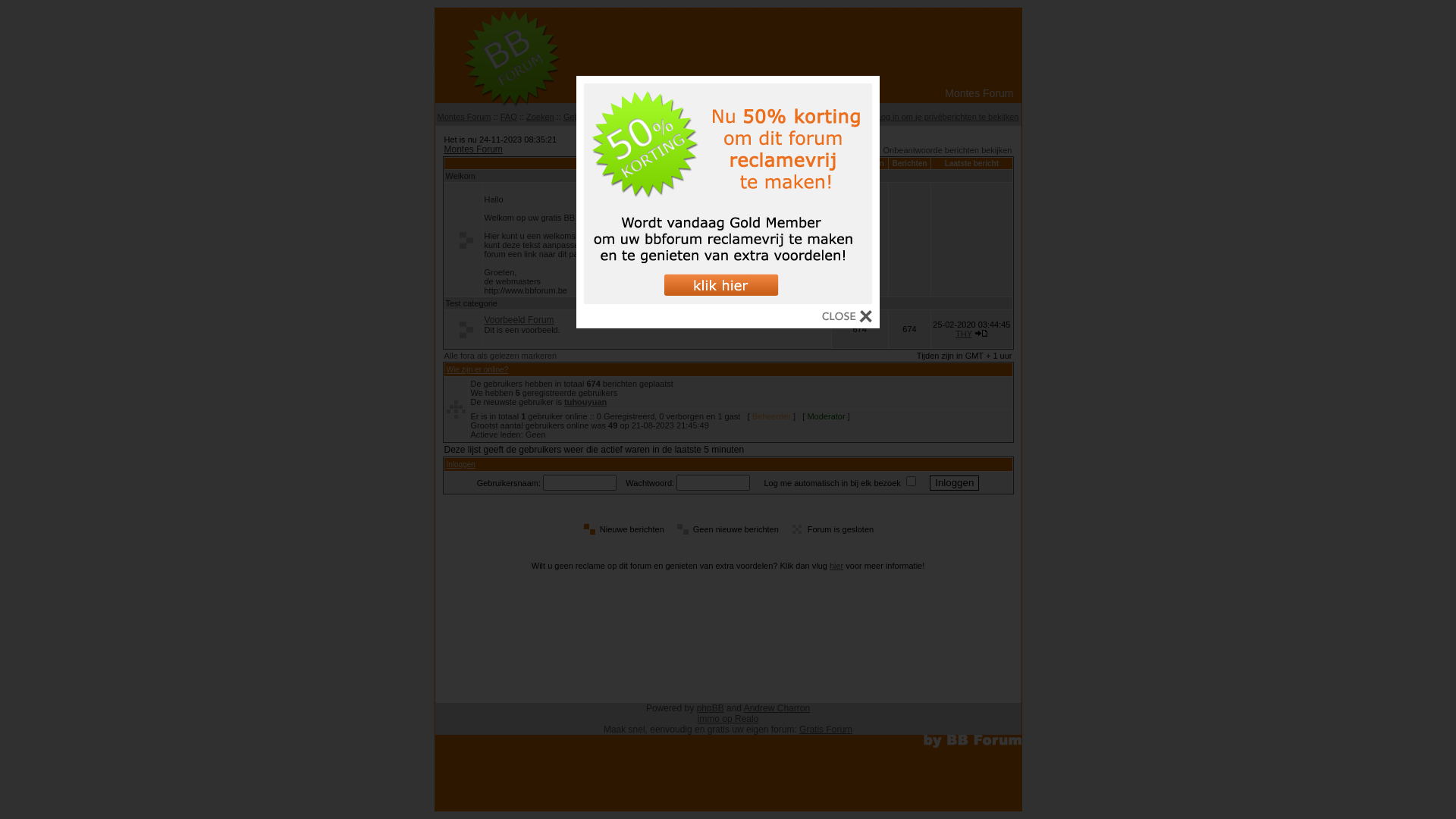  I want to click on 'Montes Forum', so click(463, 116).